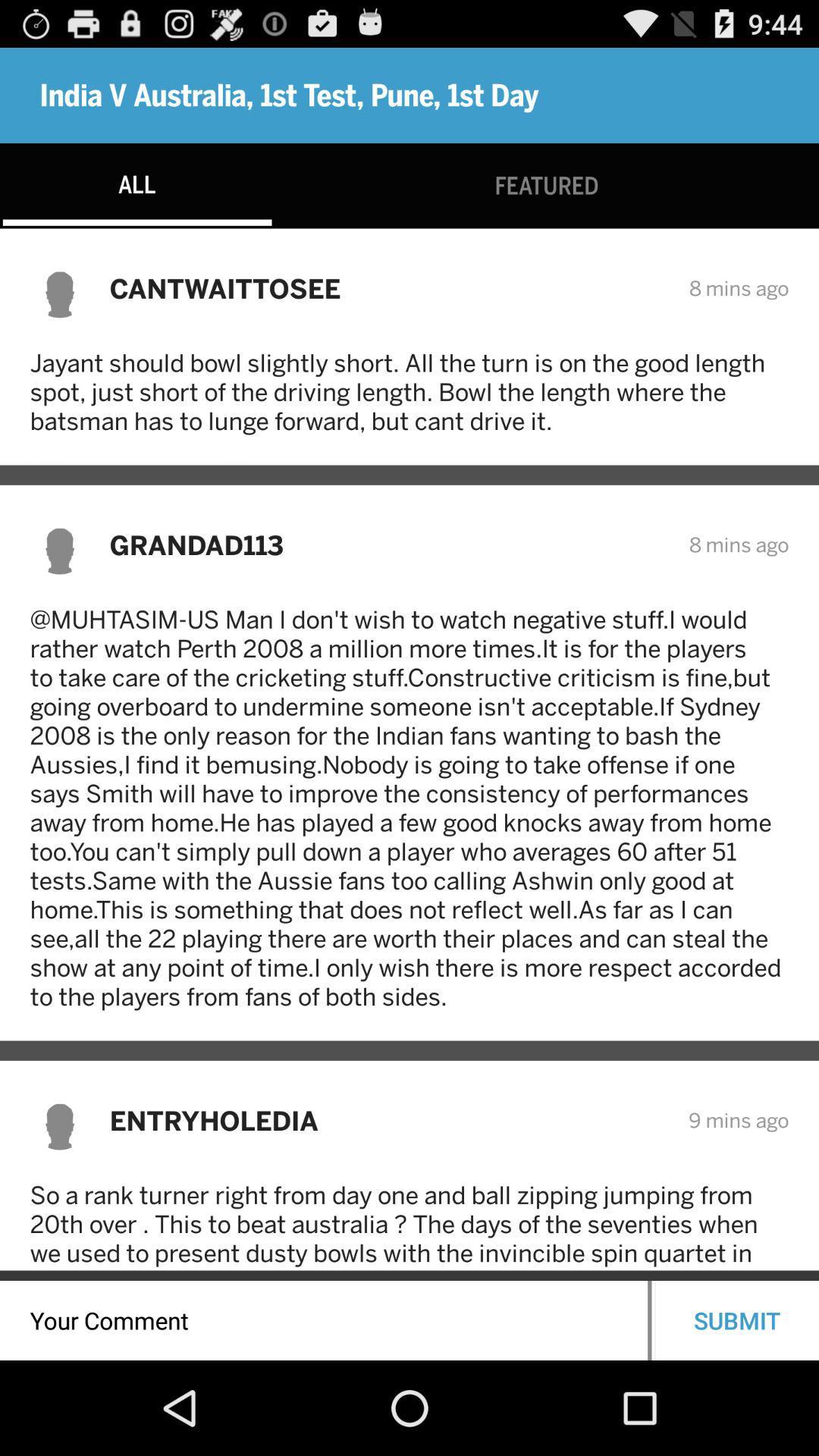  Describe the element at coordinates (323, 1319) in the screenshot. I see `a comment` at that location.